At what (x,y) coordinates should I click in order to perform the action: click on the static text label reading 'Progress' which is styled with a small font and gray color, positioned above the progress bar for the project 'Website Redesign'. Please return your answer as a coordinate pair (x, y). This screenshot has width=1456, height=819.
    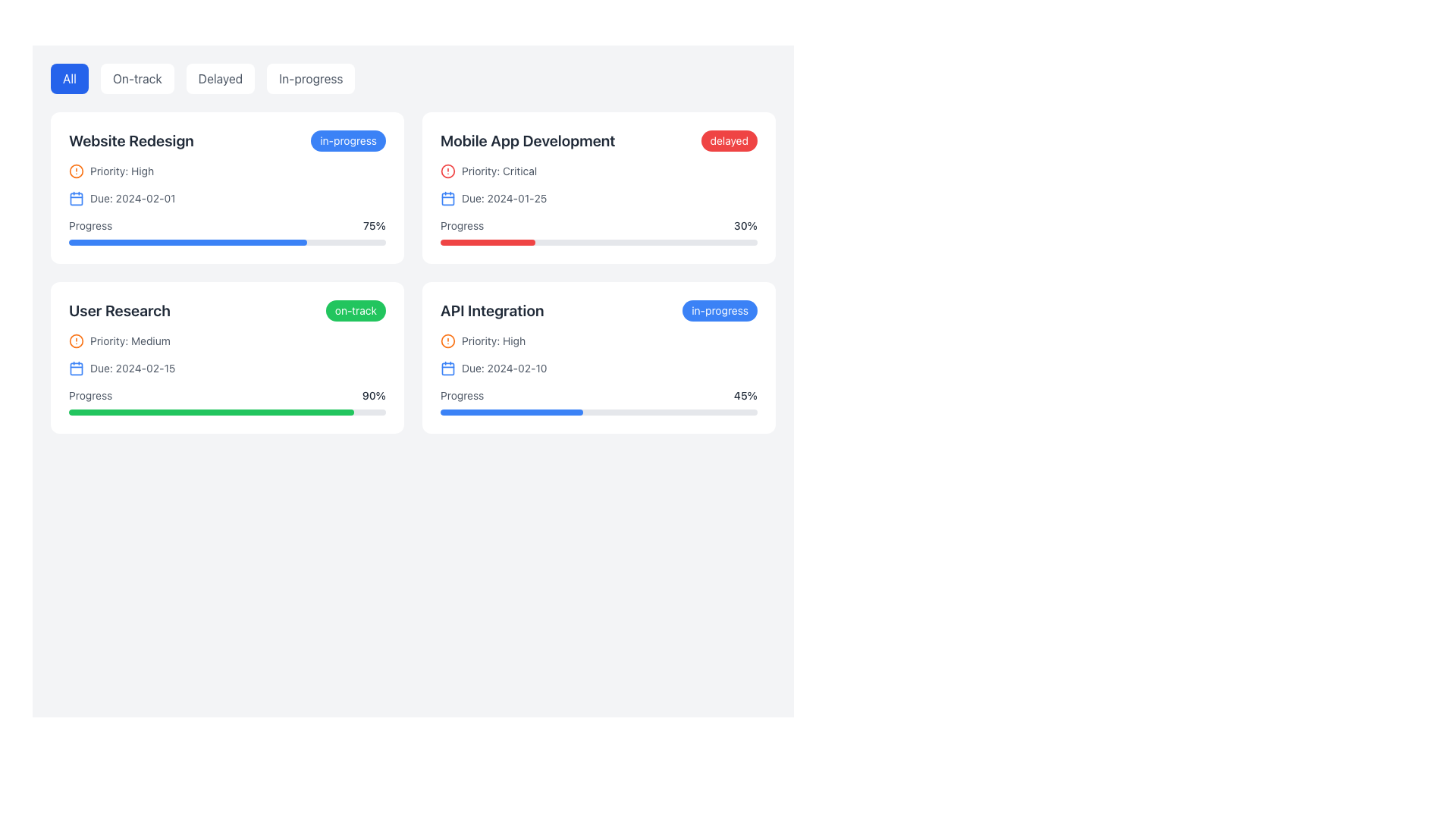
    Looking at the image, I should click on (89, 225).